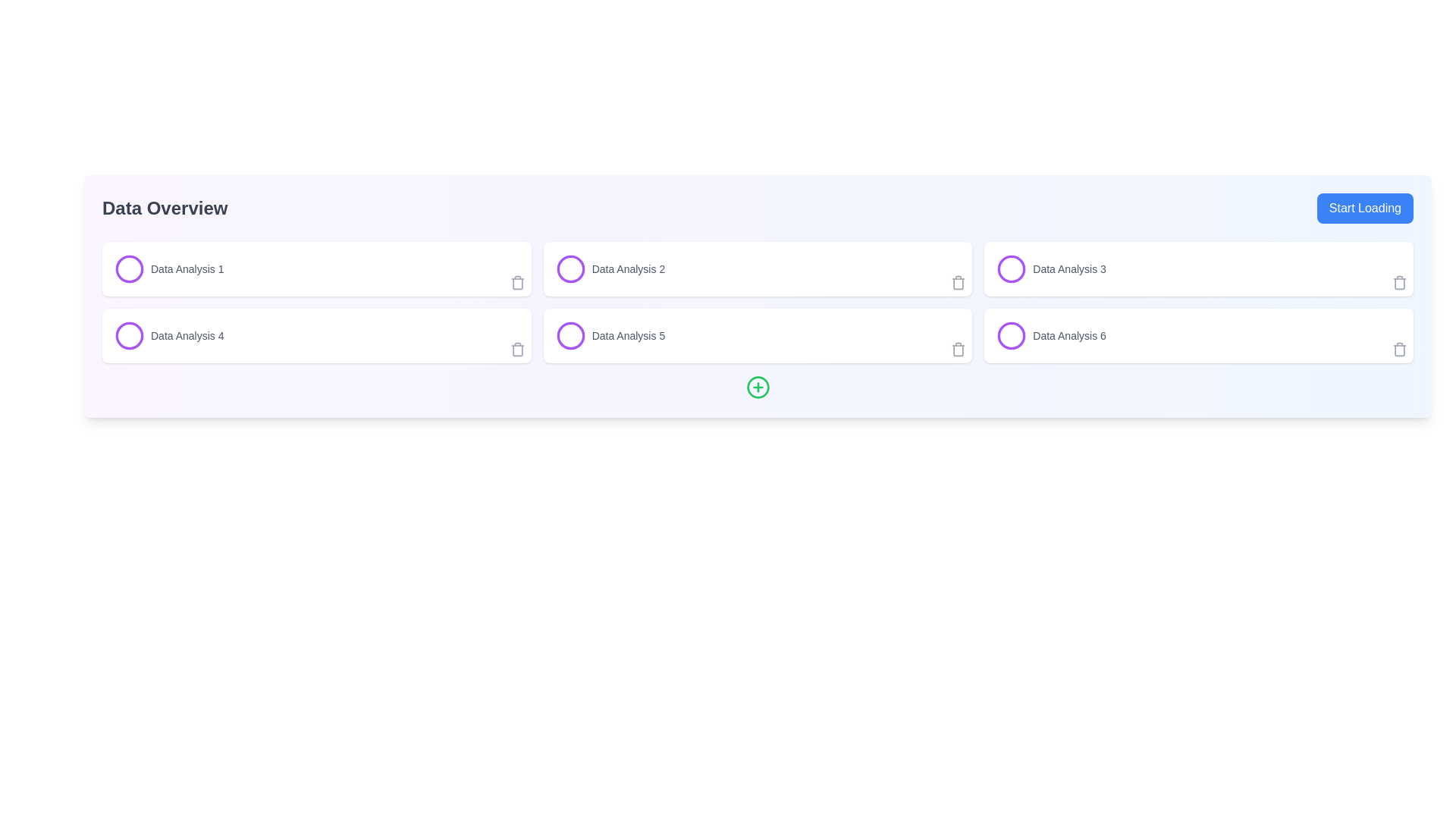 Image resolution: width=1456 pixels, height=819 pixels. What do you see at coordinates (628, 335) in the screenshot?
I see `the label text for the option titled 'Data Analysis 5', located in the lower row of a 2x3 grid layout within the 'Data Overview' section, specifically the second element in the bottom row` at bounding box center [628, 335].